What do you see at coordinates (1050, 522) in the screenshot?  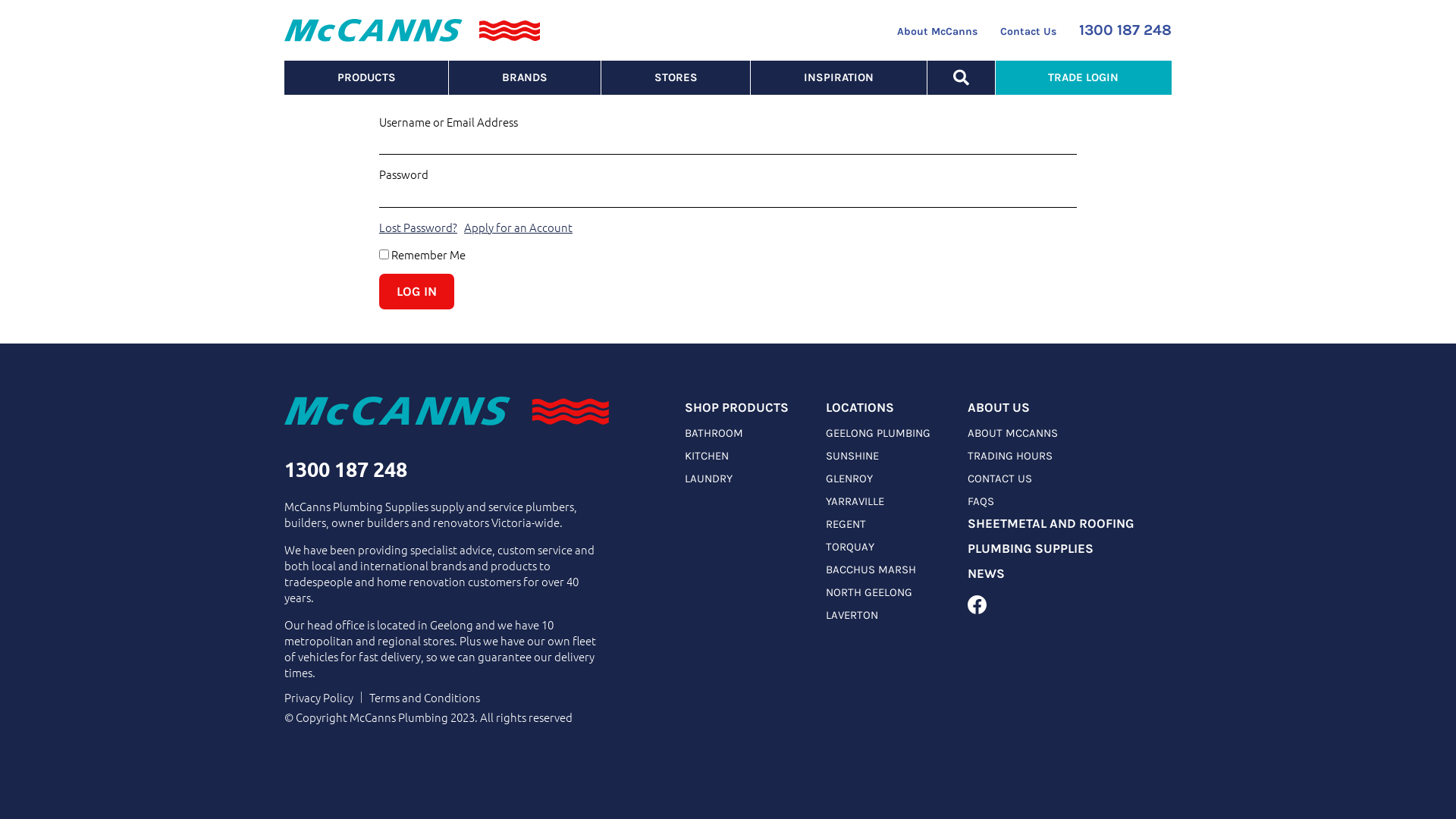 I see `'SHEETMETAL AND ROOFING'` at bounding box center [1050, 522].